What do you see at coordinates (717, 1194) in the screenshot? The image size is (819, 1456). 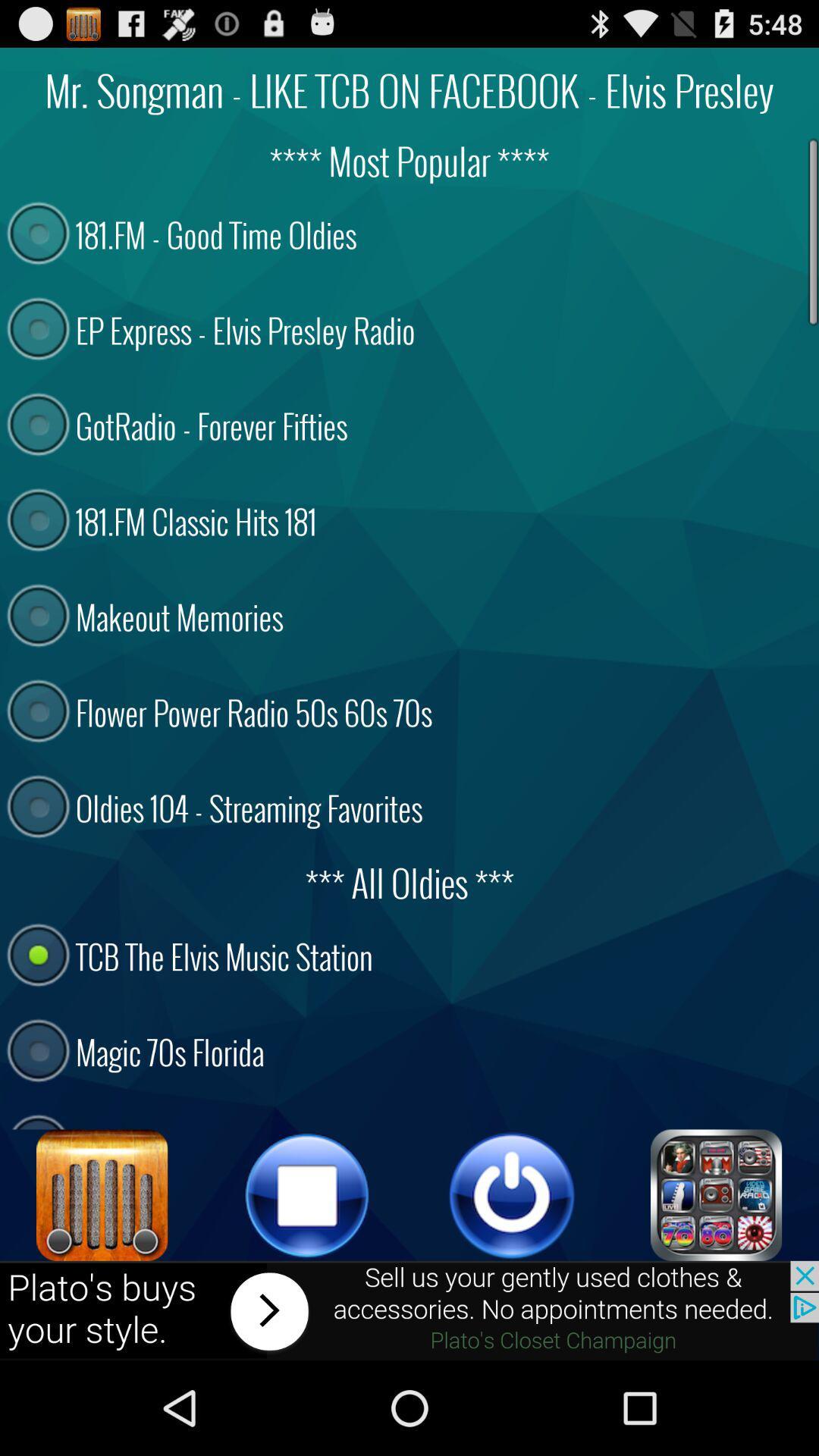 I see `click app` at bounding box center [717, 1194].